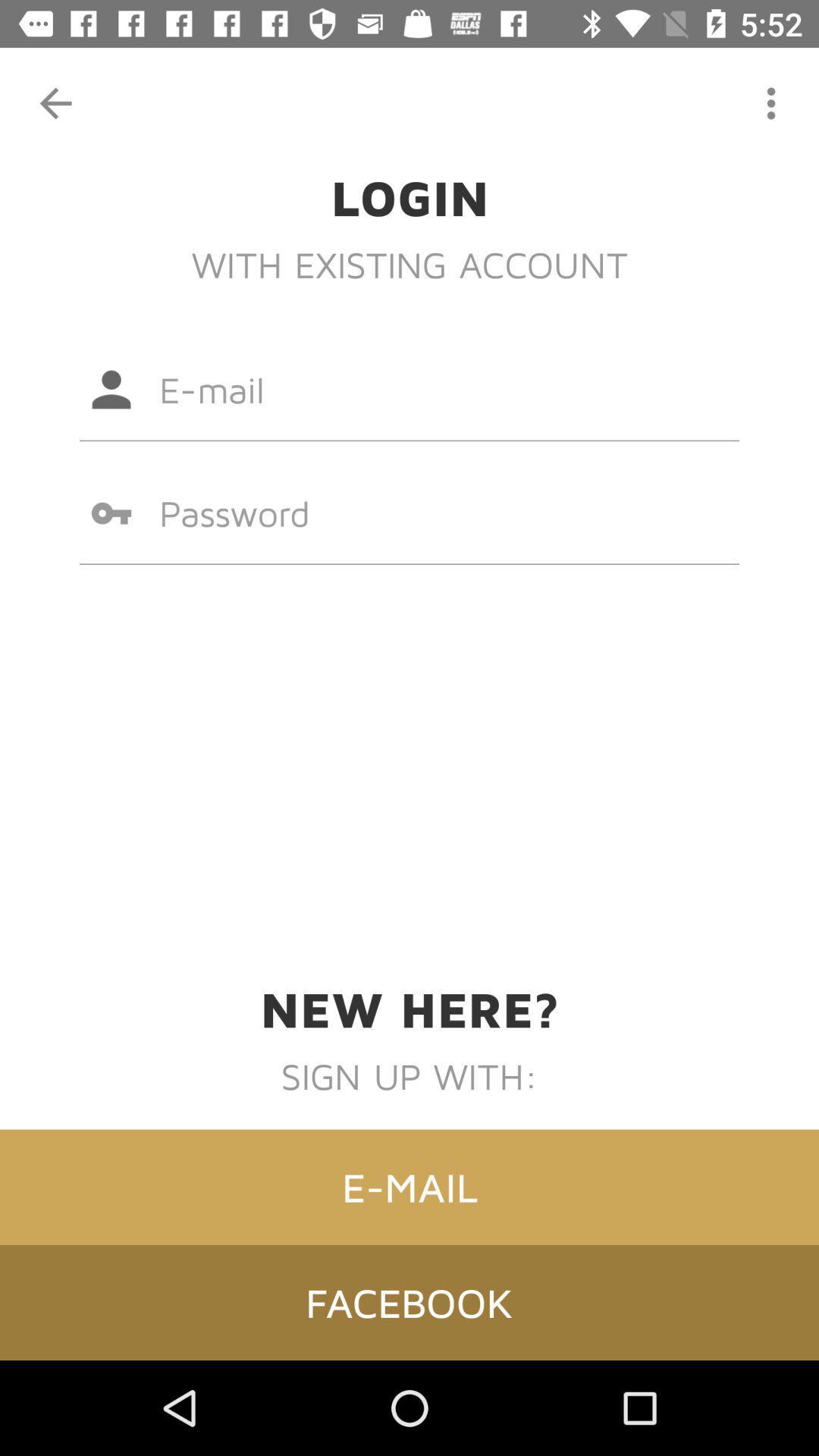 The height and width of the screenshot is (1456, 819). Describe the element at coordinates (409, 1301) in the screenshot. I see `the facebook` at that location.